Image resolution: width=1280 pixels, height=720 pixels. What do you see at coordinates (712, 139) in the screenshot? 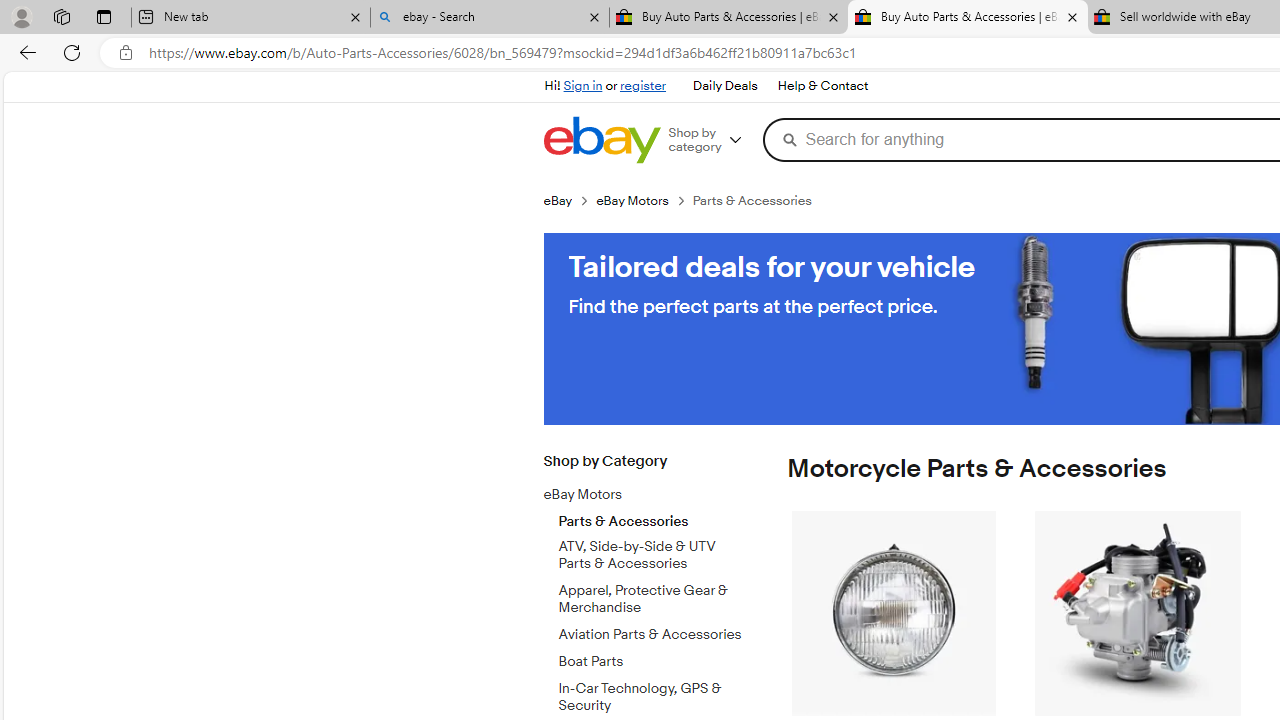
I see `'Shop by category'` at bounding box center [712, 139].